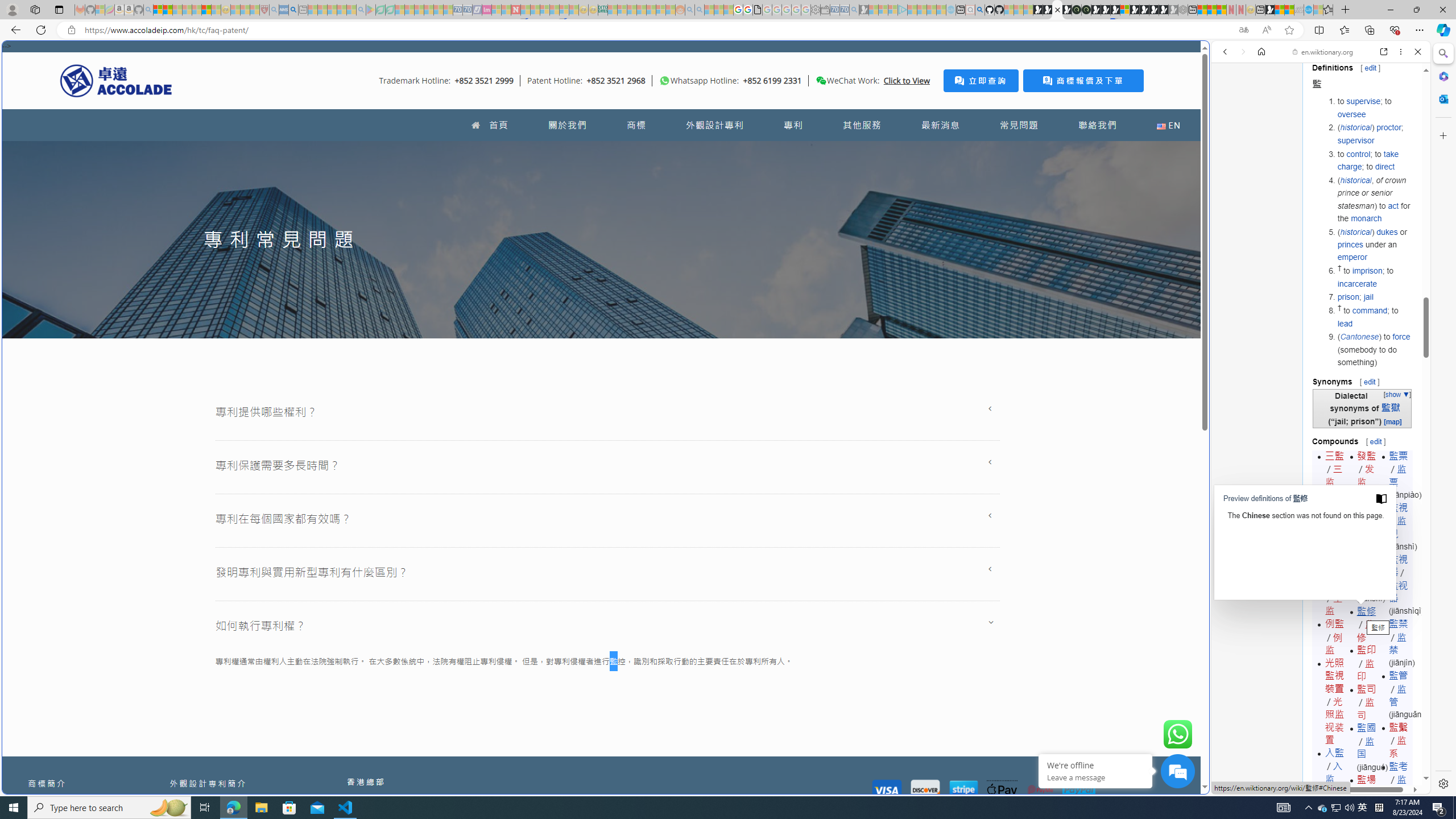  Describe the element at coordinates (1368, 270) in the screenshot. I see `'imprison'` at that location.